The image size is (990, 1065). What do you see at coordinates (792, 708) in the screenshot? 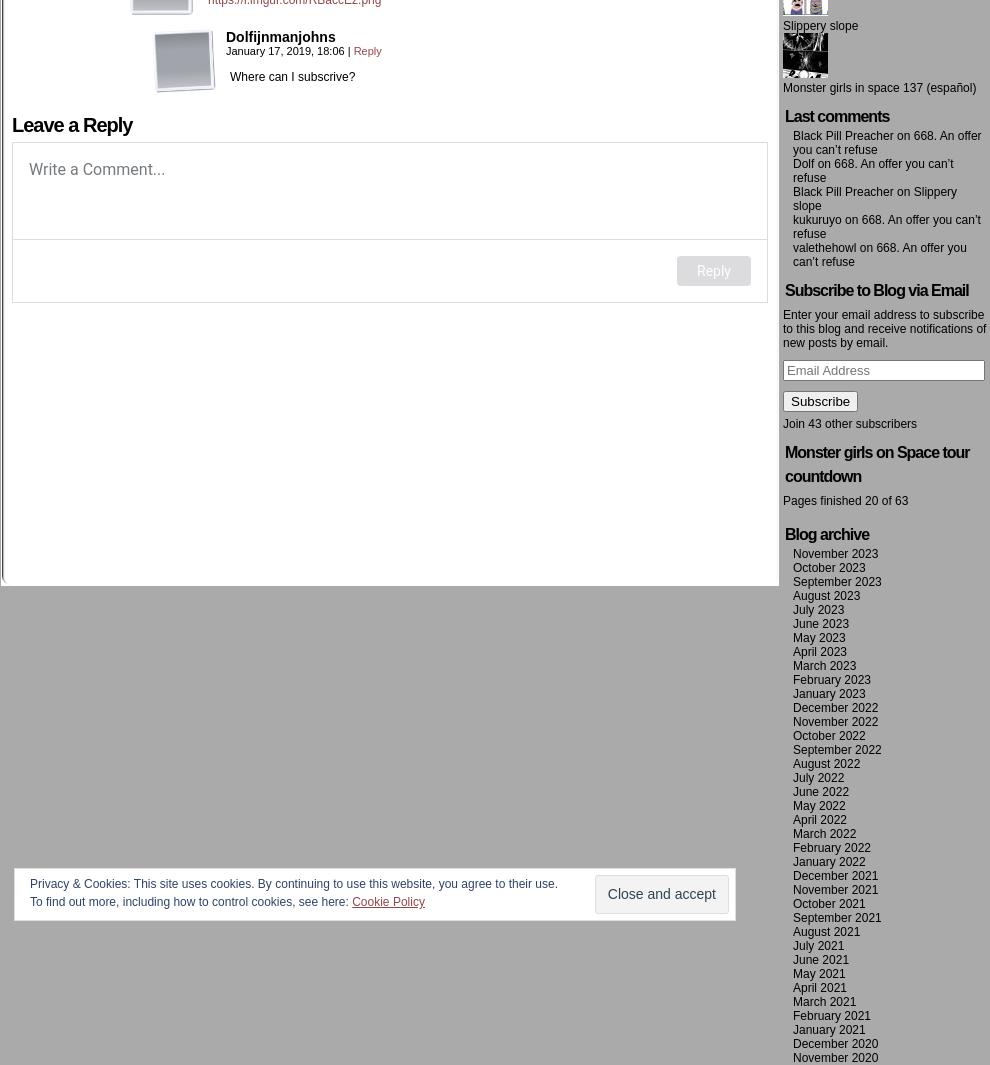
I see `'December 2022'` at bounding box center [792, 708].